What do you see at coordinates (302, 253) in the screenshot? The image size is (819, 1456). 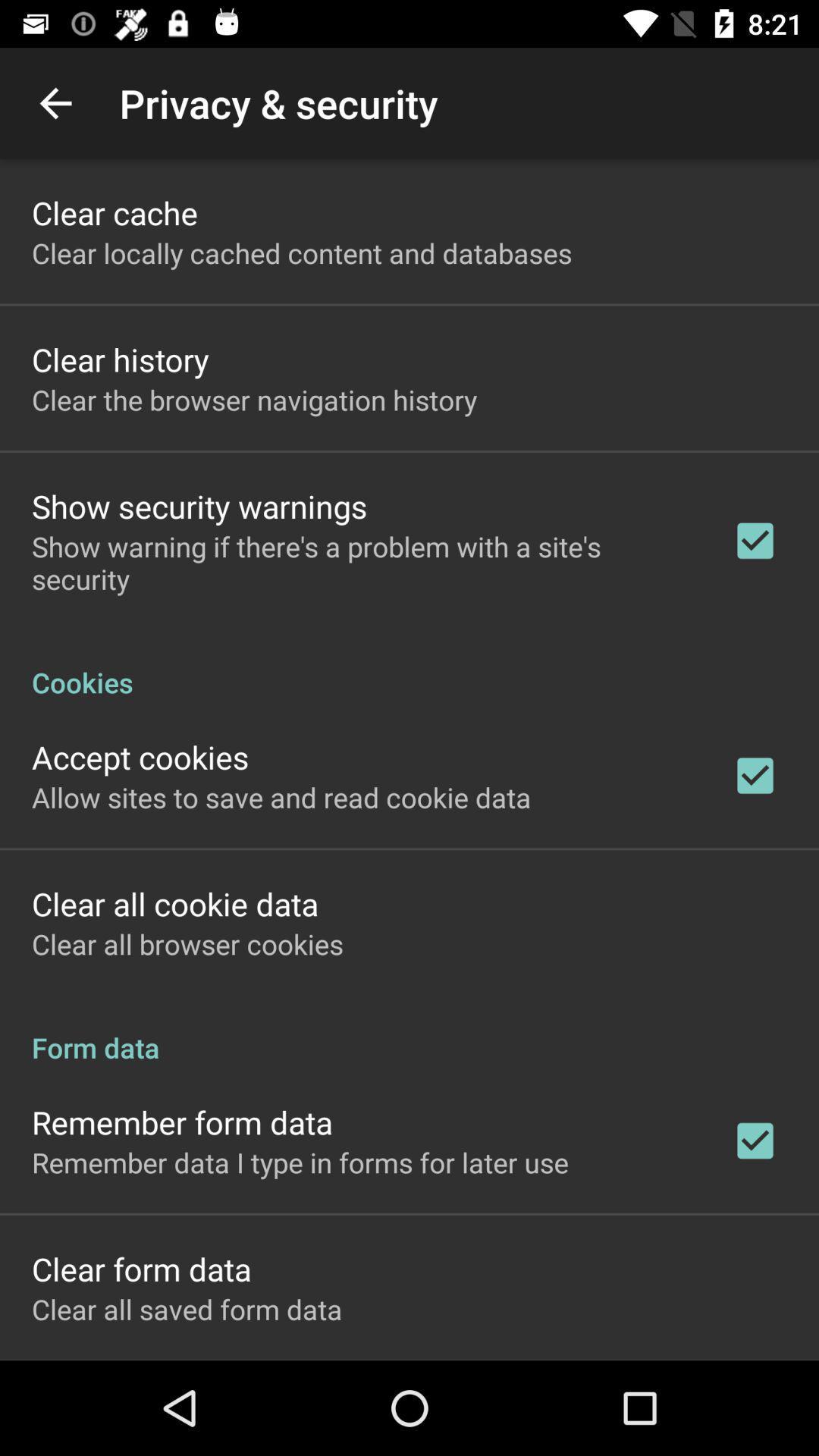 I see `clear locally cached` at bounding box center [302, 253].